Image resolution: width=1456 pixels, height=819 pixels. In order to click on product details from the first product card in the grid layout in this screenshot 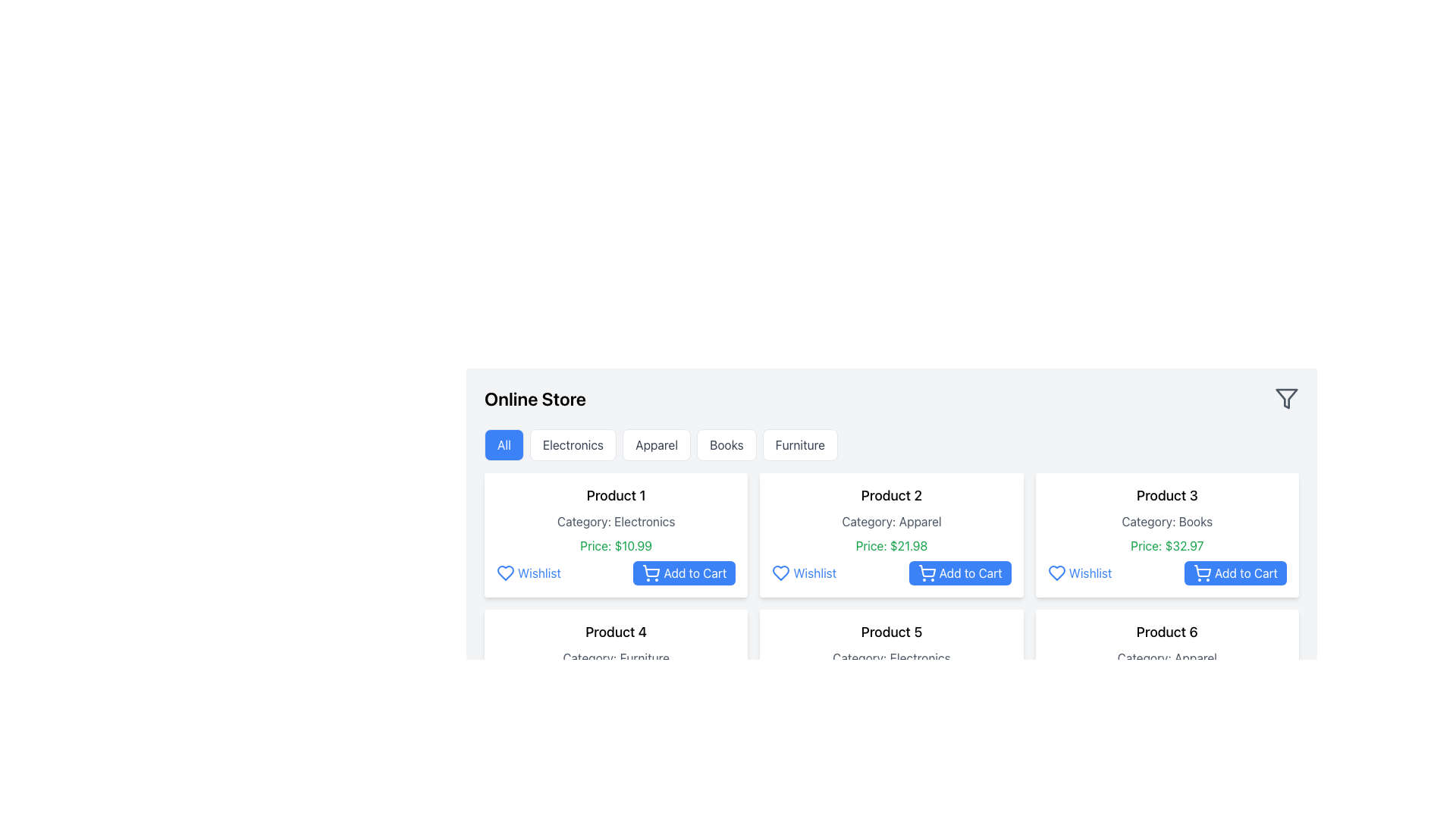, I will do `click(616, 534)`.